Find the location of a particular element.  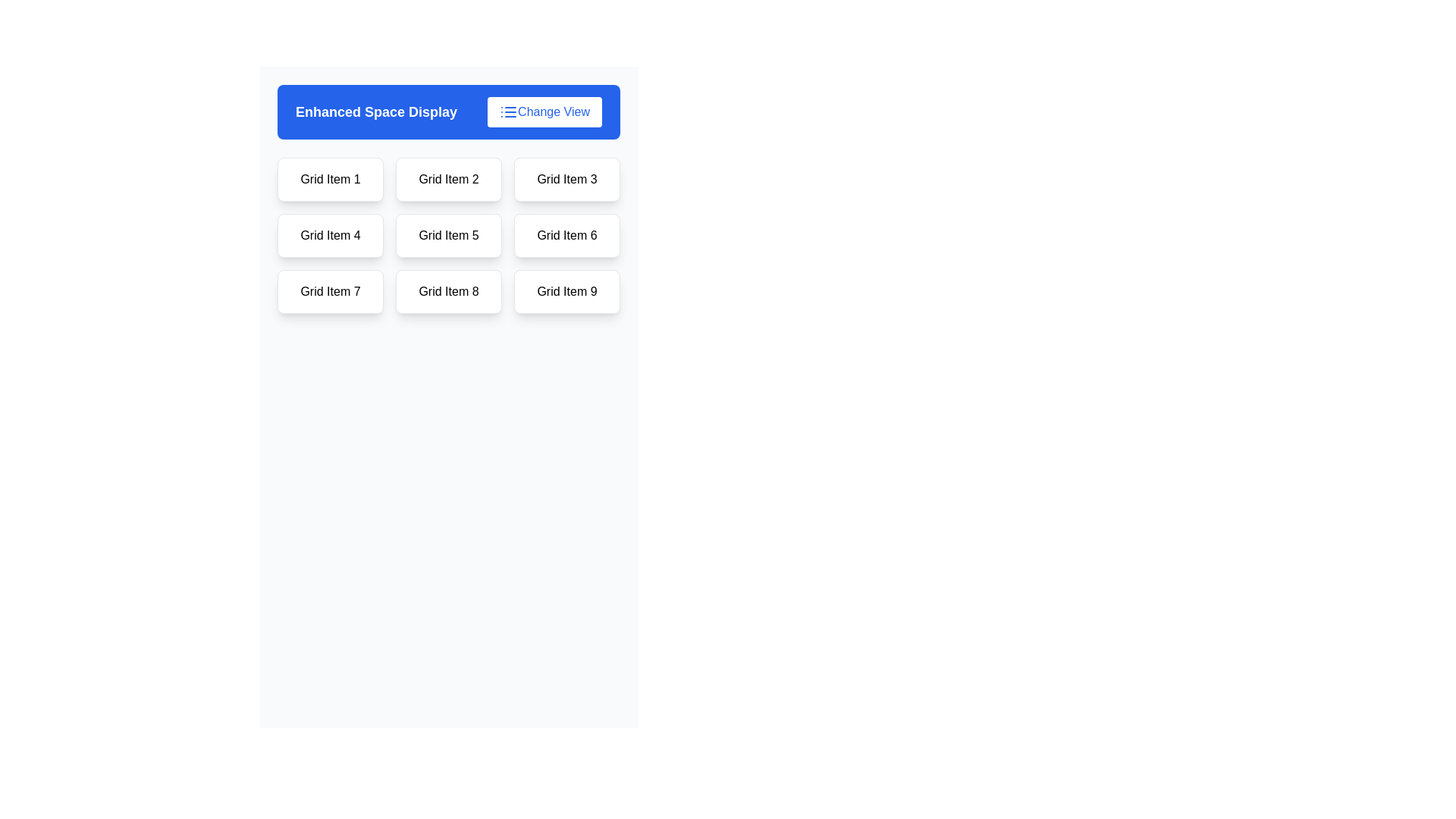

the 'Grid Item 9' card located in the bottom-right corner of the 3x3 grid layout, which contains centered text reading 'Grid Item 9' is located at coordinates (566, 292).